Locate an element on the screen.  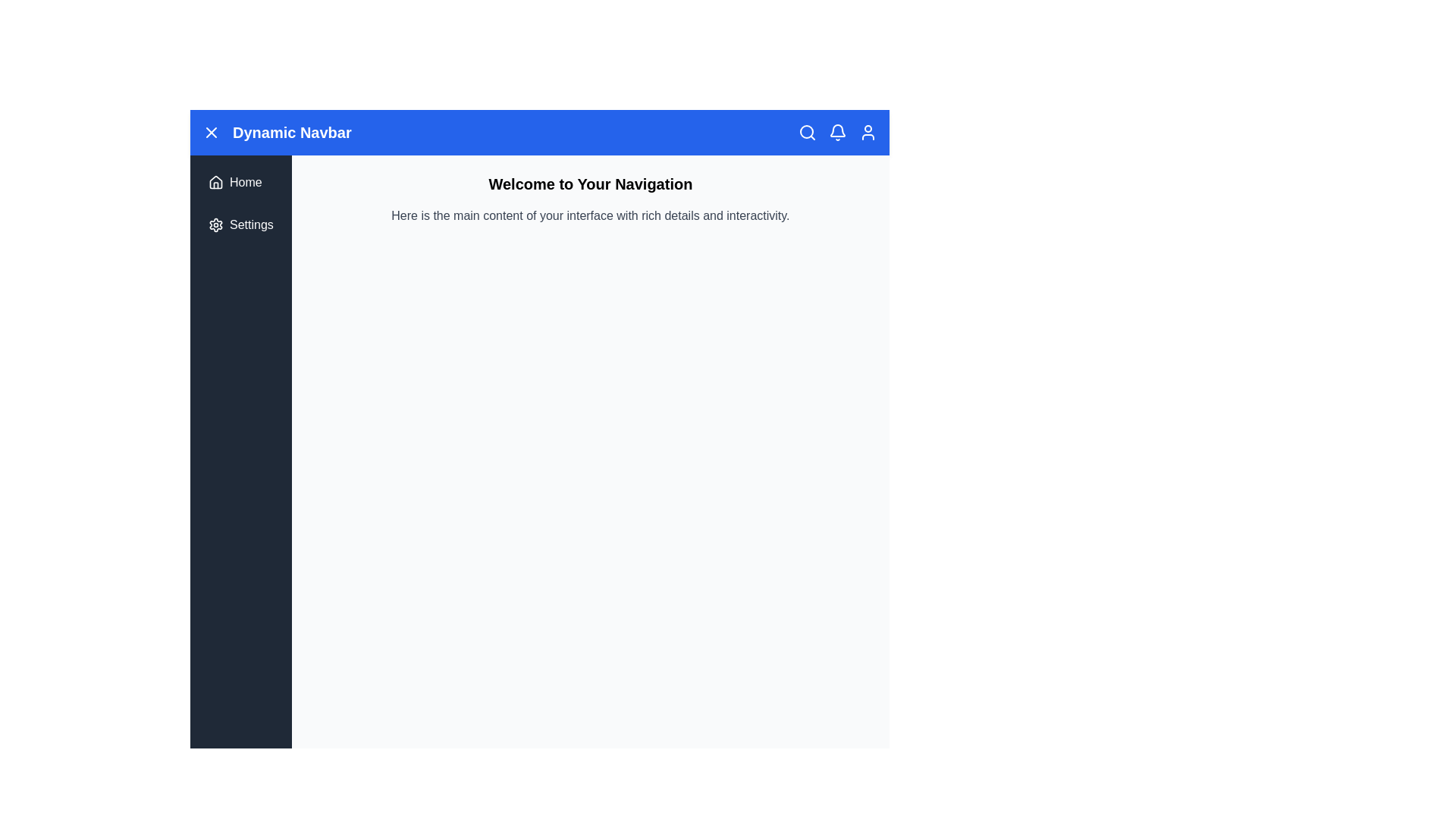
the close button located on the far left of the top blue navbar, which is directly to the left of the bold text 'Dynamic Navbar' is located at coordinates (210, 131).